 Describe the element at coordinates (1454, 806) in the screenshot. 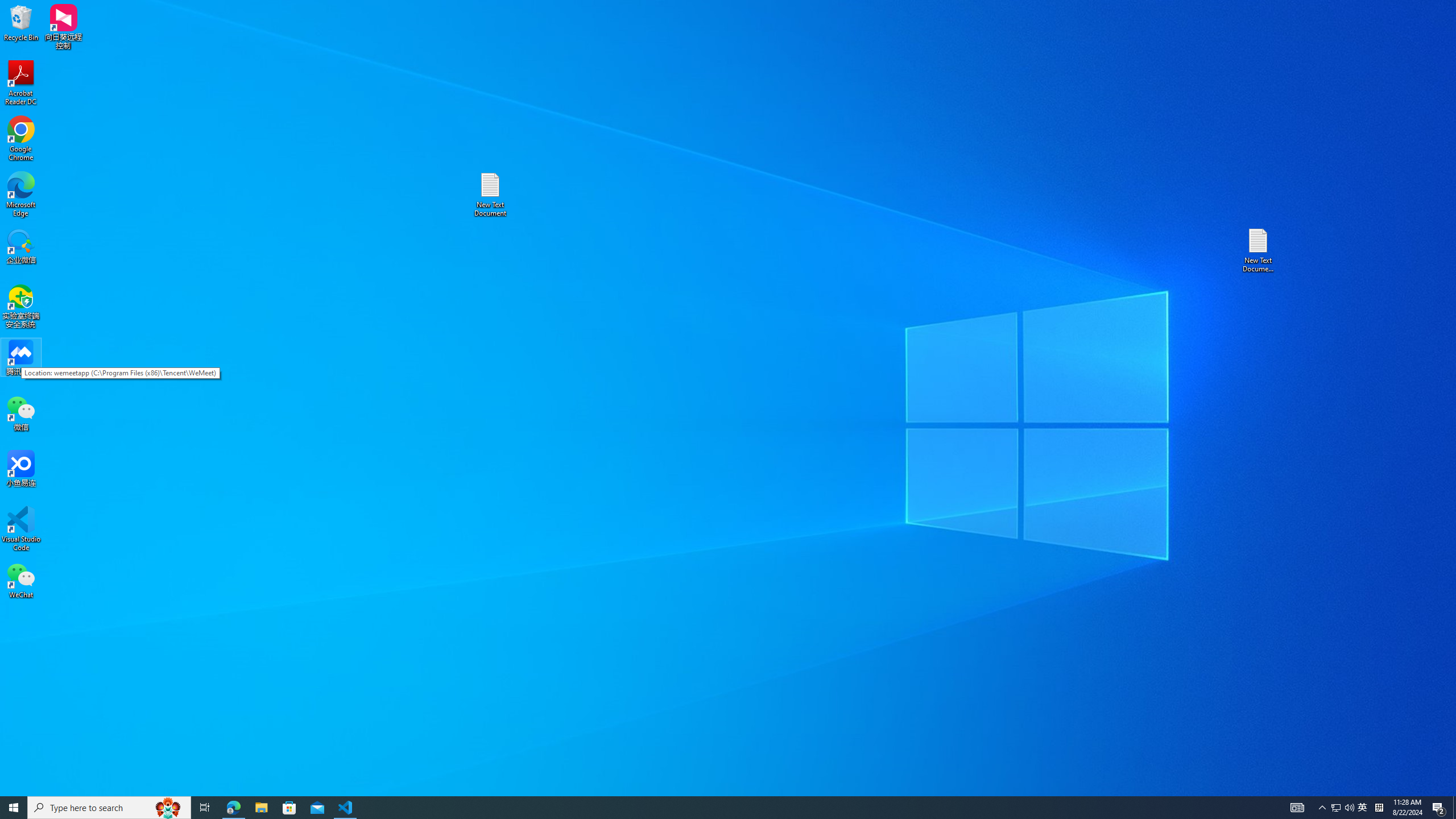

I see `'Show desktop'` at that location.